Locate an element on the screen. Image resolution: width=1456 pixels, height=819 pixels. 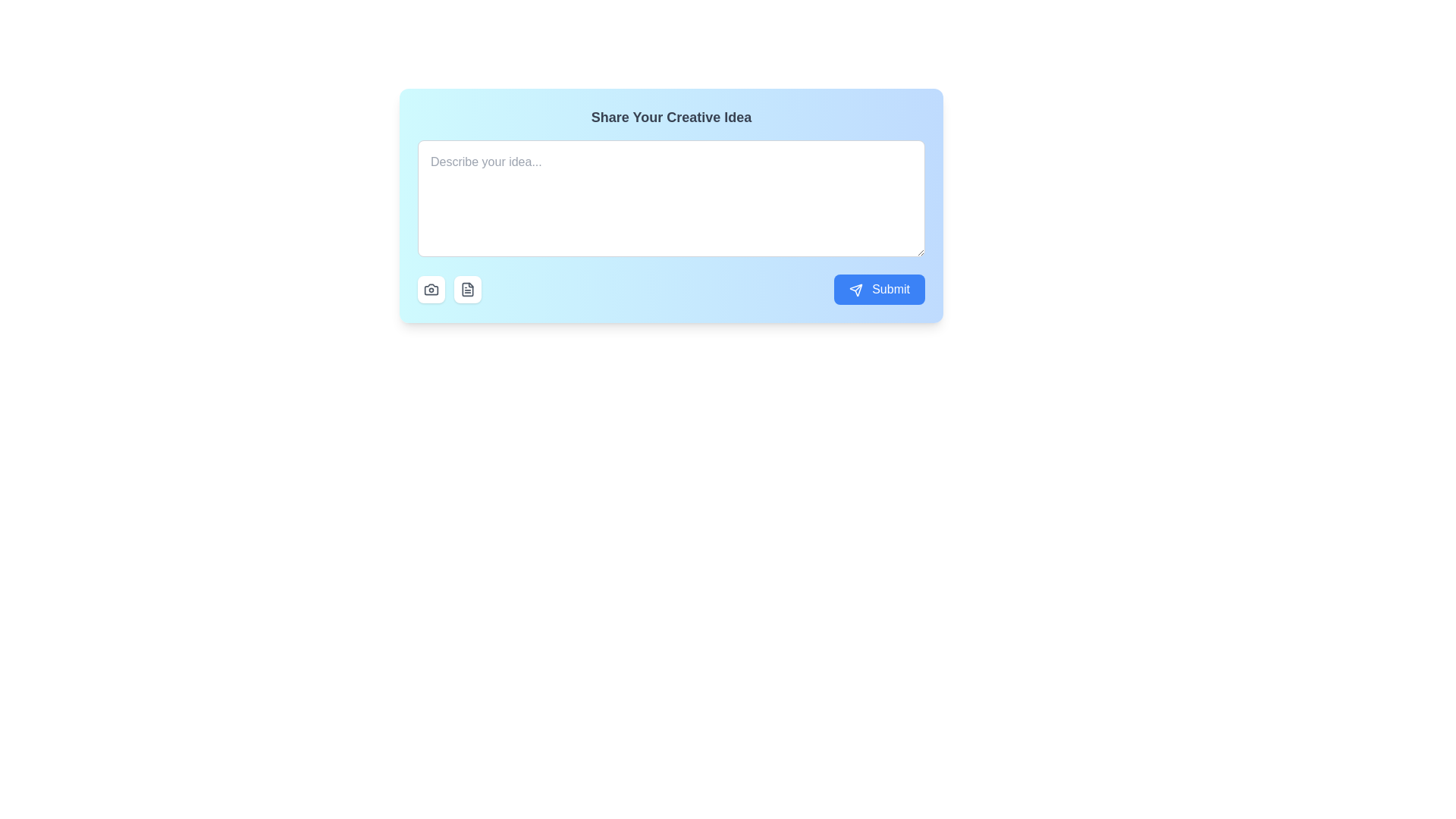
the upload icon located within the second button of the button group, which is positioned to the right of a camera icon is located at coordinates (467, 289).